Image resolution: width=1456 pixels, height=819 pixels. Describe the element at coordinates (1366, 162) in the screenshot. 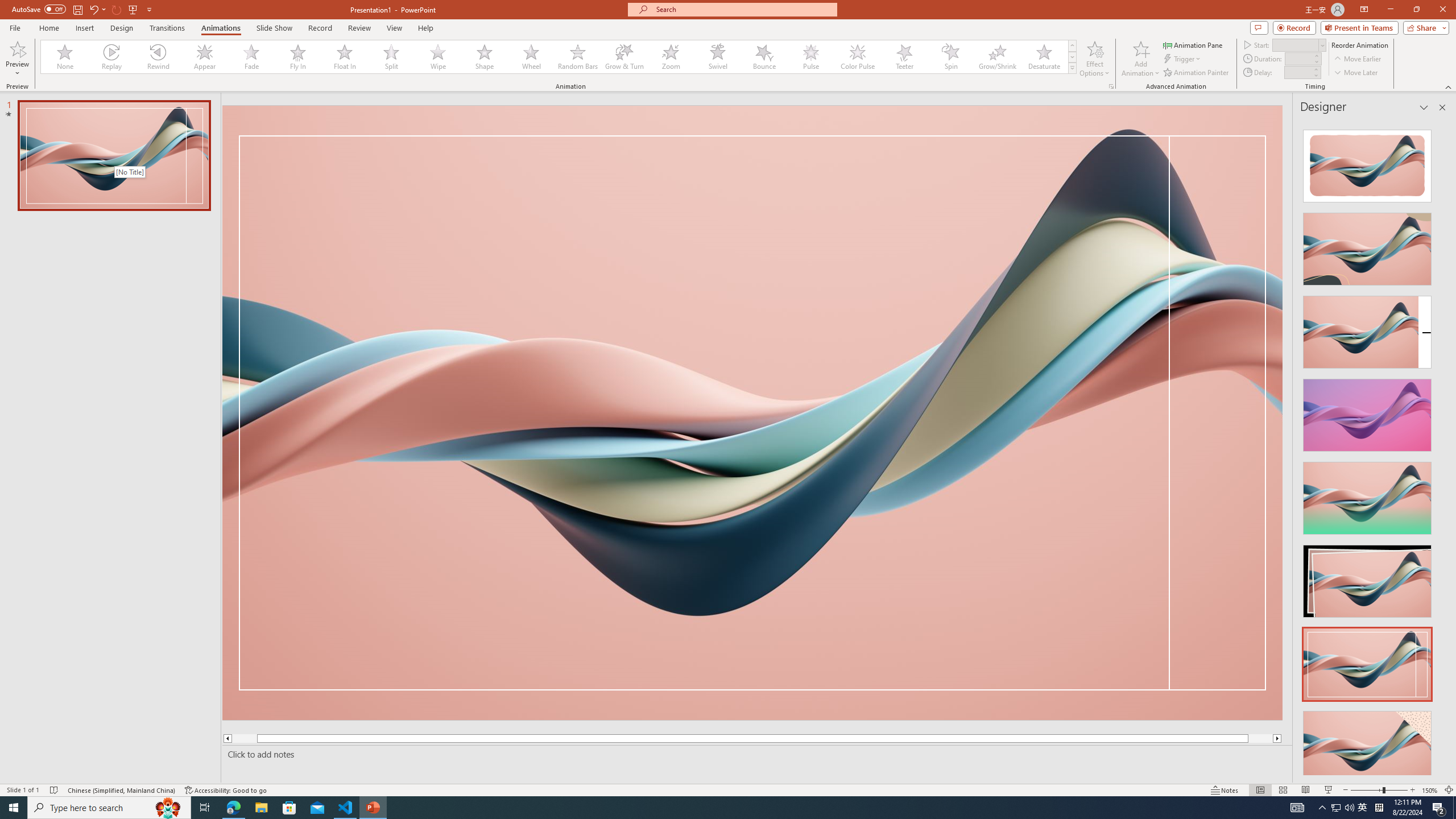

I see `'Recommended Design: Design Idea'` at that location.